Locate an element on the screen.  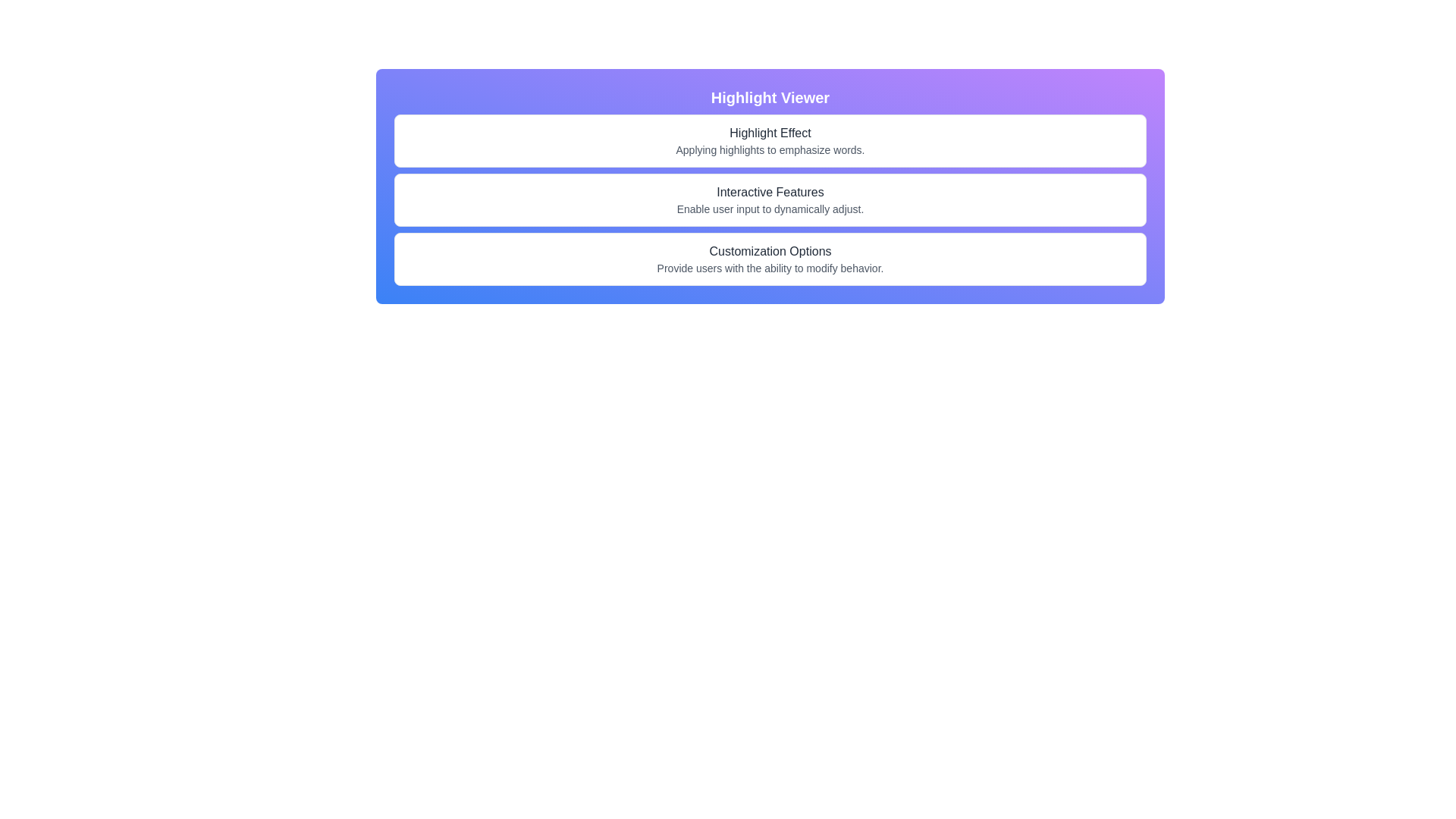
the 7th character 'z' in the word 'Customization' within the phrase 'Customization Options', which is located in the bottom-most rectangular section of the interface is located at coordinates (752, 250).